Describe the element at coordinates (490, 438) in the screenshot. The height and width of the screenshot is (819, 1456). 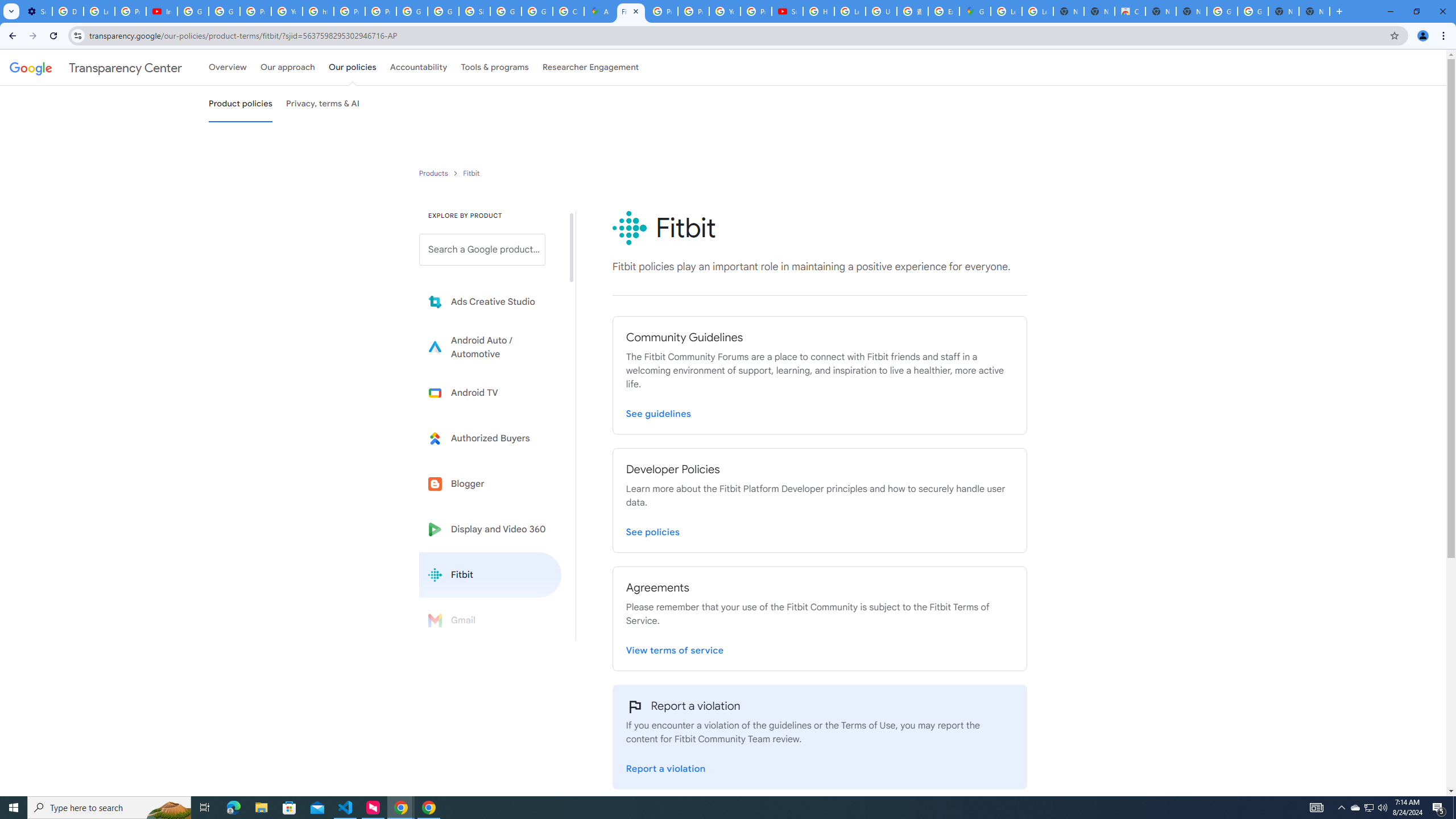
I see `'Learn more about Authorized Buyers'` at that location.